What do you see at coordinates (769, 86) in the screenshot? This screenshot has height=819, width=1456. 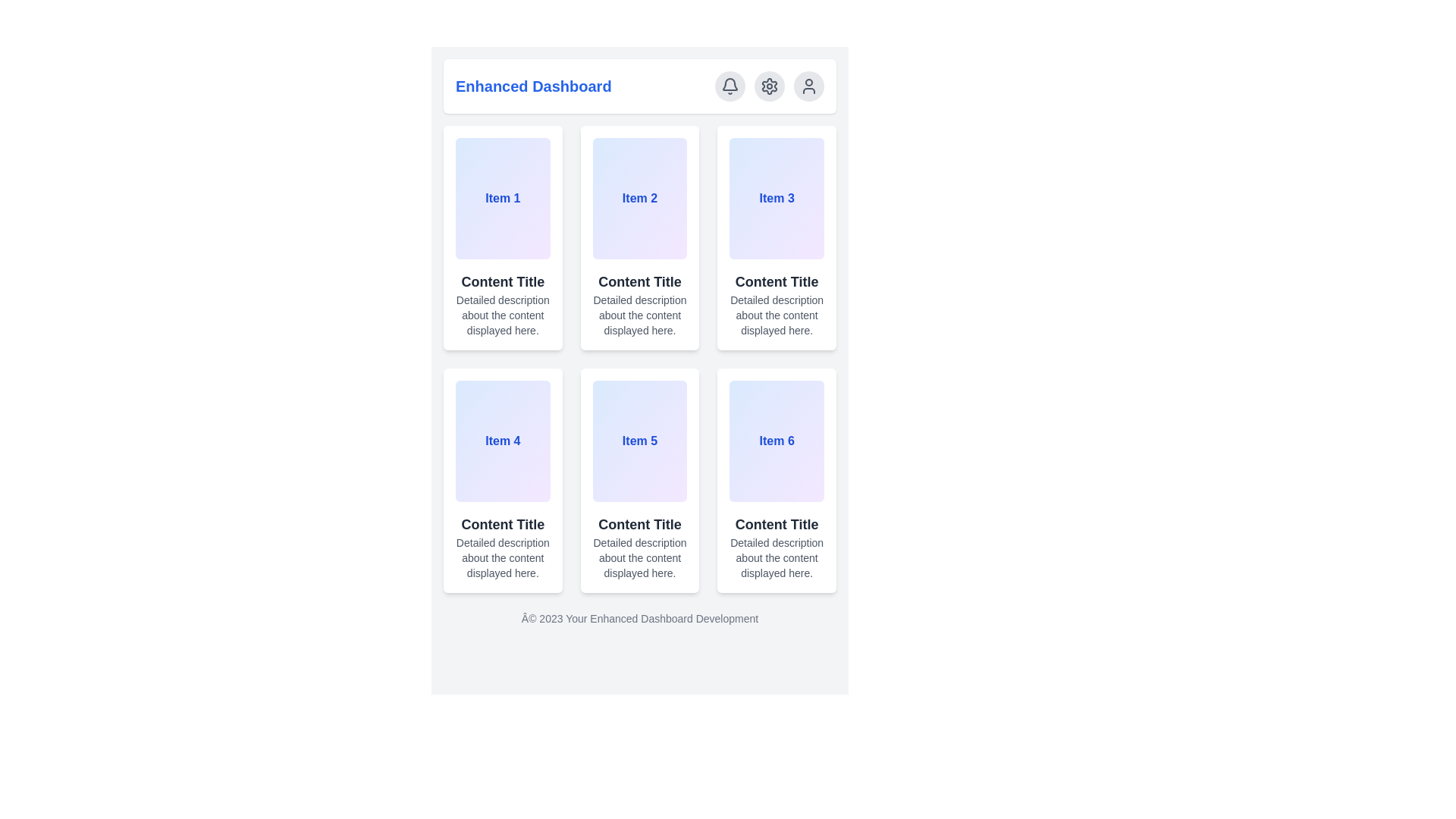 I see `the settings button located in the header section, positioned between the bell icon and the user icon` at bounding box center [769, 86].